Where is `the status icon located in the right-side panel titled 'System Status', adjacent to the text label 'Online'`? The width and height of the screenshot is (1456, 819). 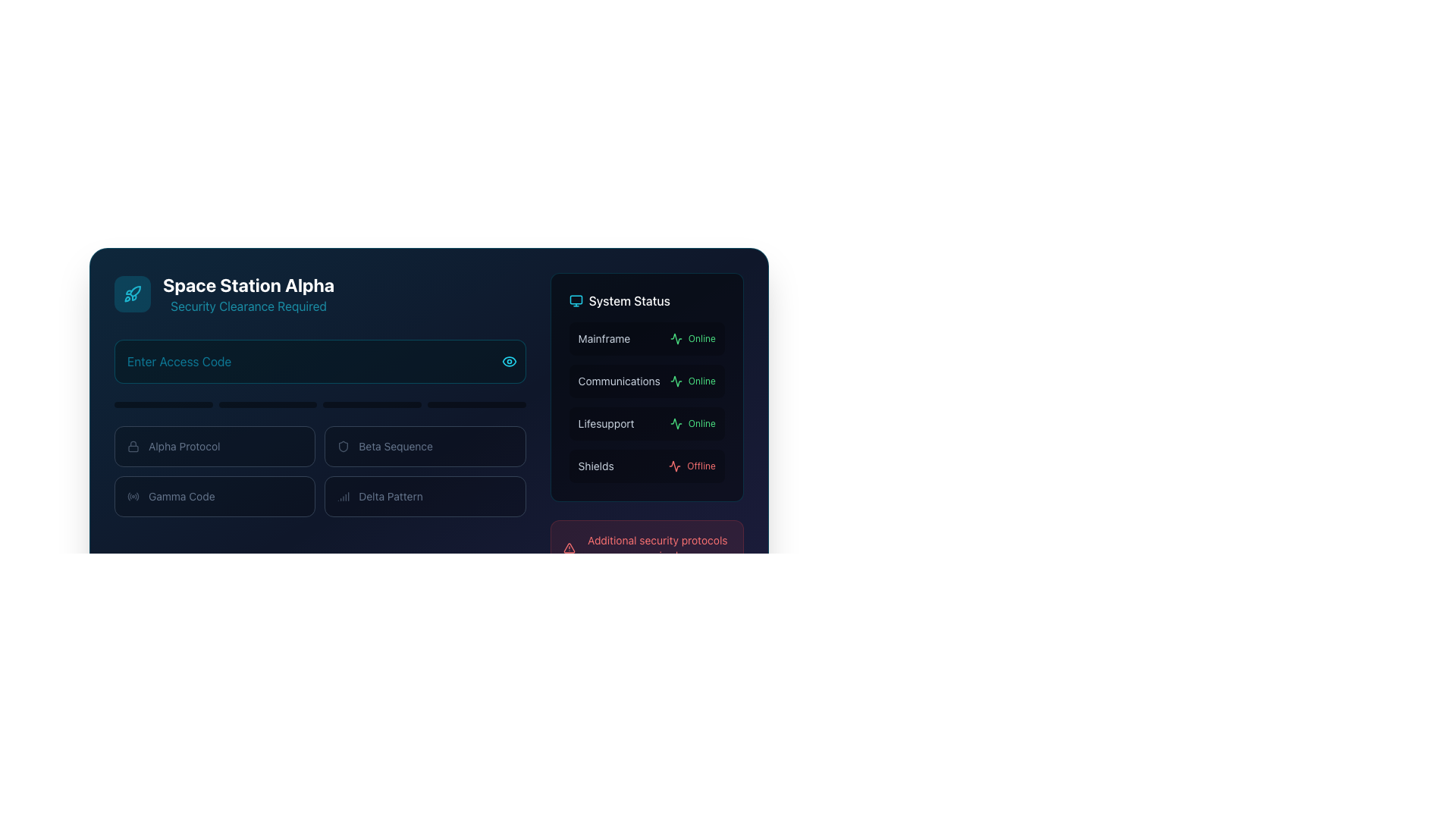 the status icon located in the right-side panel titled 'System Status', adjacent to the text label 'Online' is located at coordinates (675, 380).